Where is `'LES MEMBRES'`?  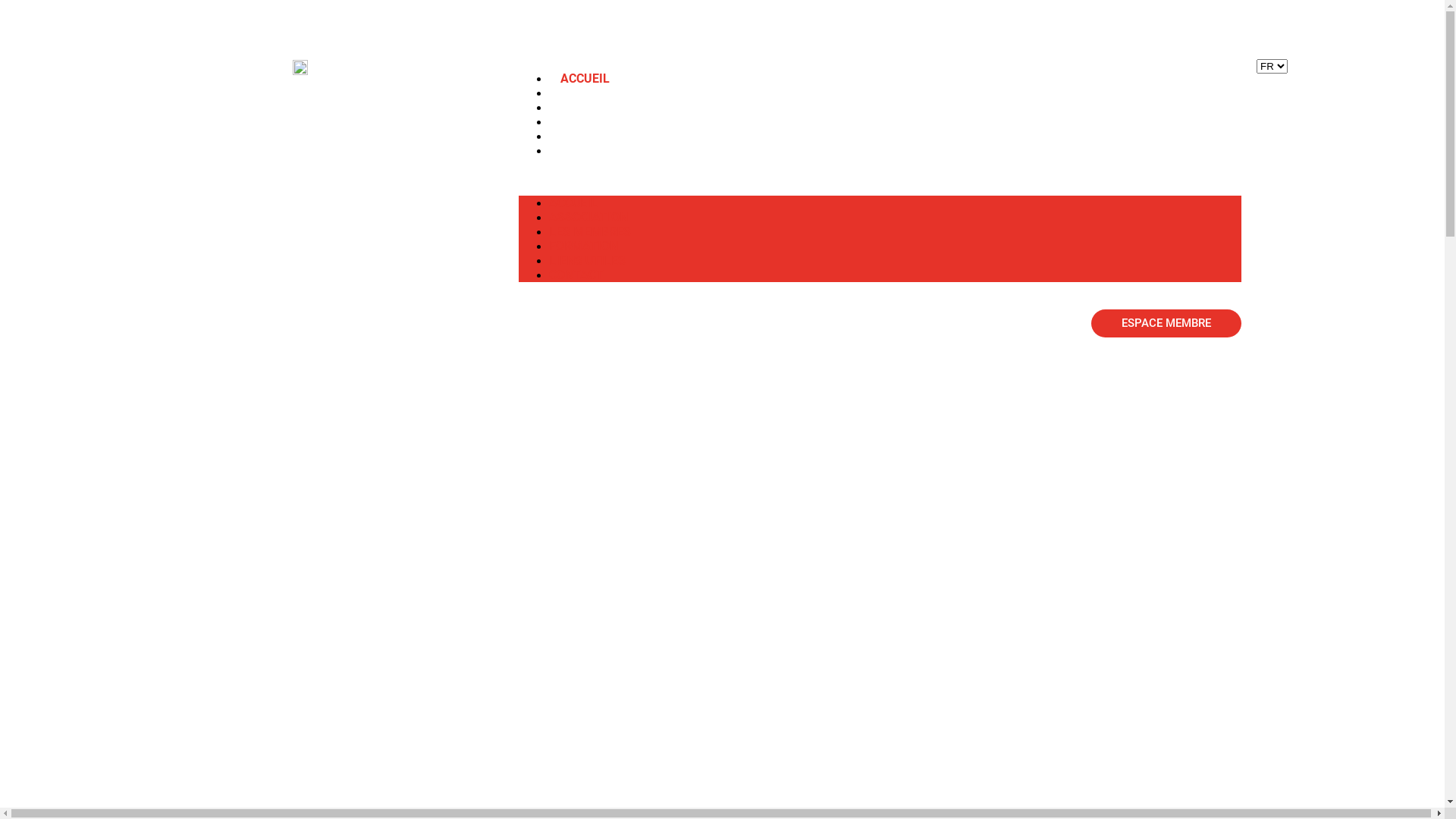 'LES MEMBRES' is located at coordinates (548, 231).